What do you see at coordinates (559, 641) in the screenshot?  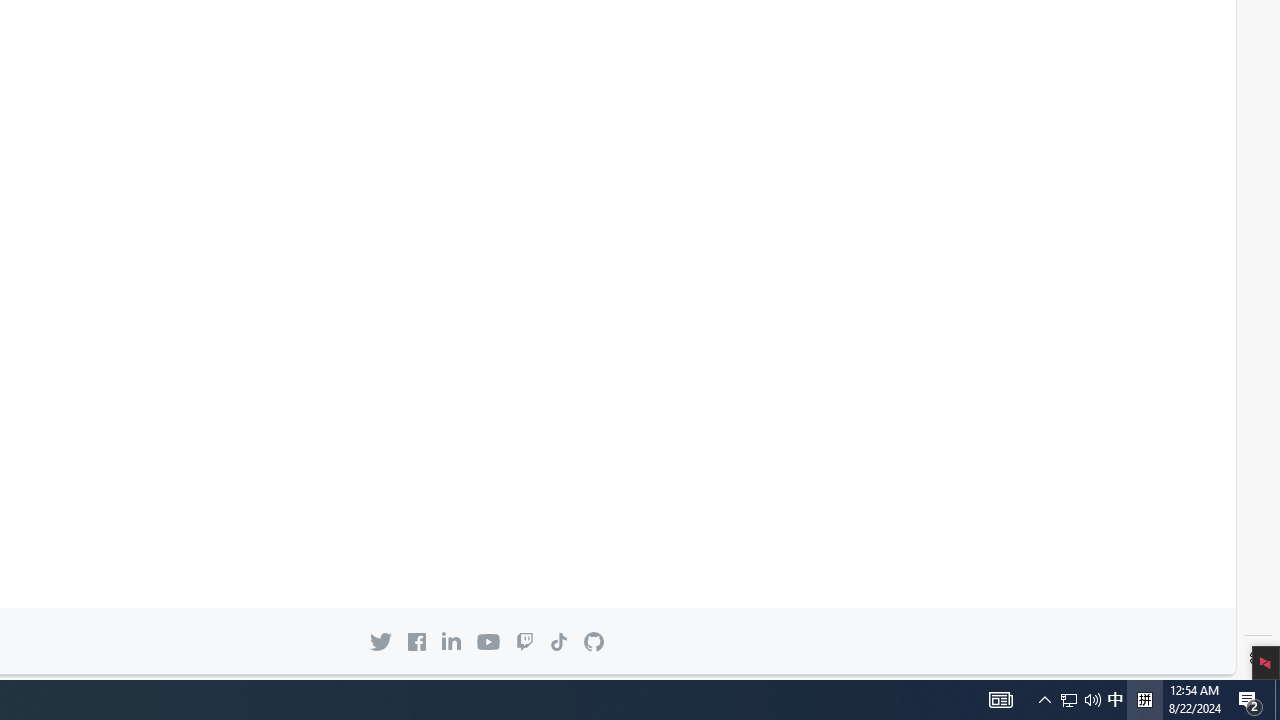 I see `'TikTok icon'` at bounding box center [559, 641].